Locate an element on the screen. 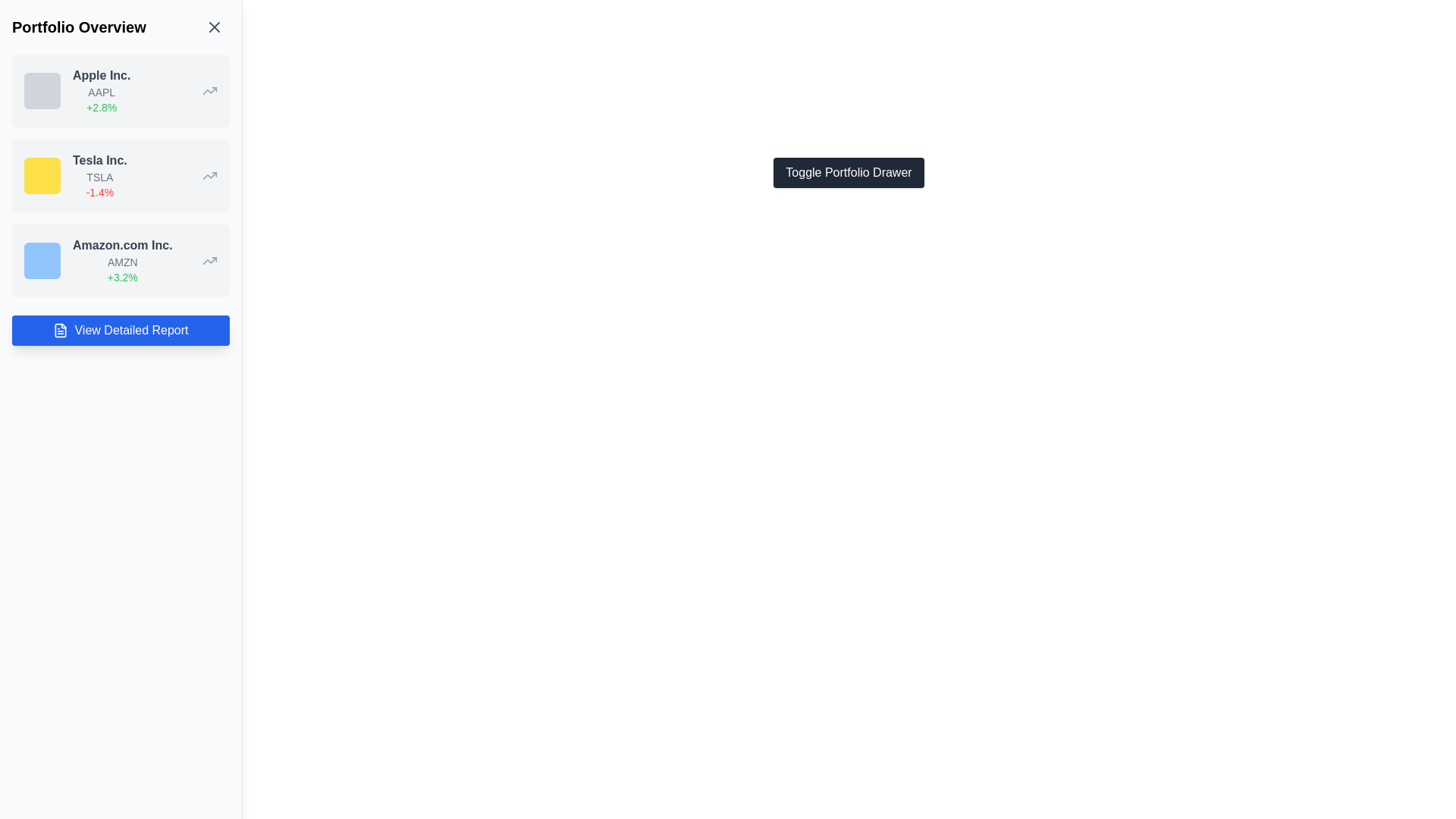 The image size is (1456, 819). the text block containing 'Apple Inc.', 'AAPL', and '+2.8%' which is located in the top-left section of the list, representing a company with a trending icon on its far-right is located at coordinates (101, 90).